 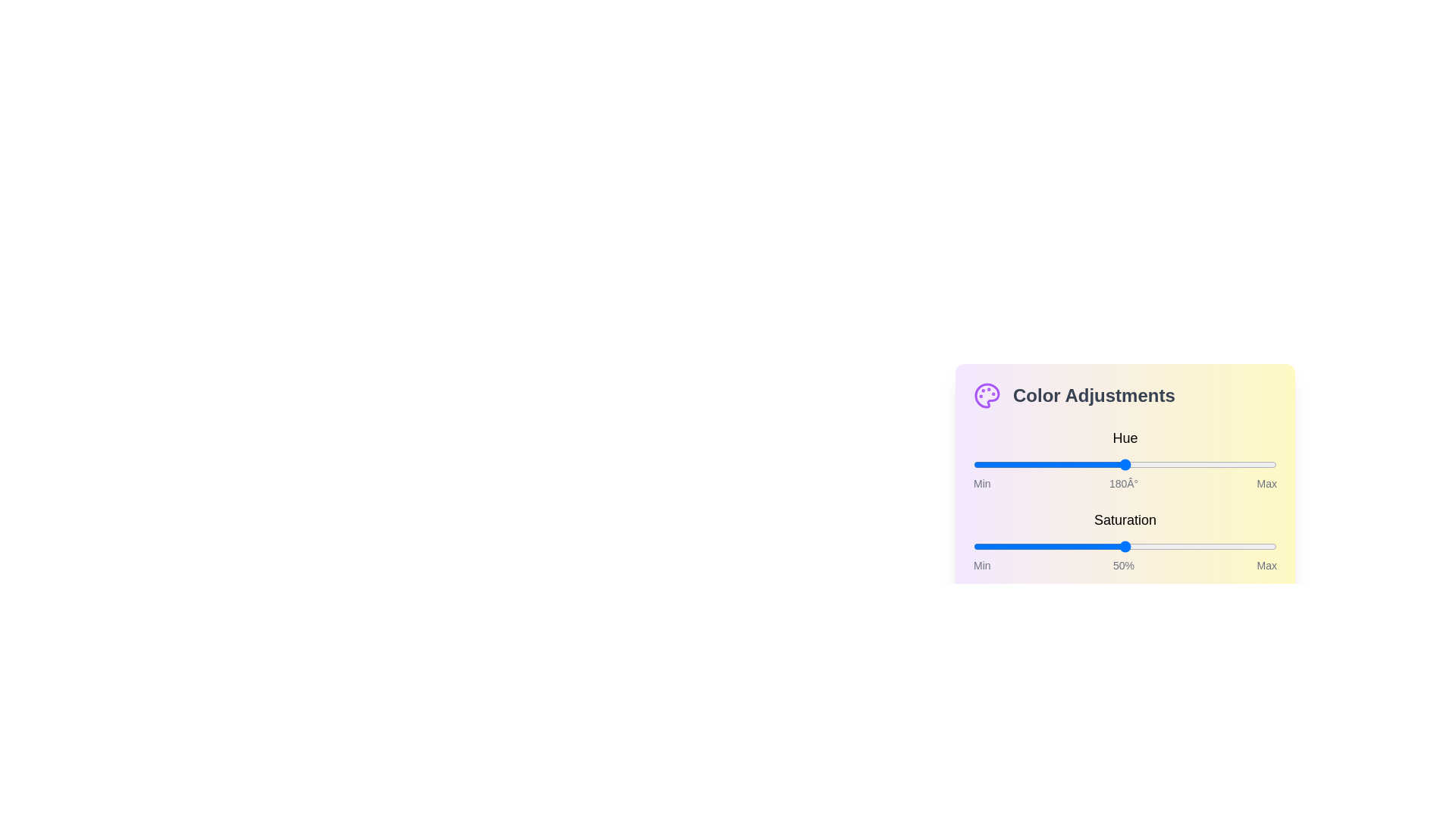 What do you see at coordinates (1051, 547) in the screenshot?
I see `the saturation slider to 26` at bounding box center [1051, 547].